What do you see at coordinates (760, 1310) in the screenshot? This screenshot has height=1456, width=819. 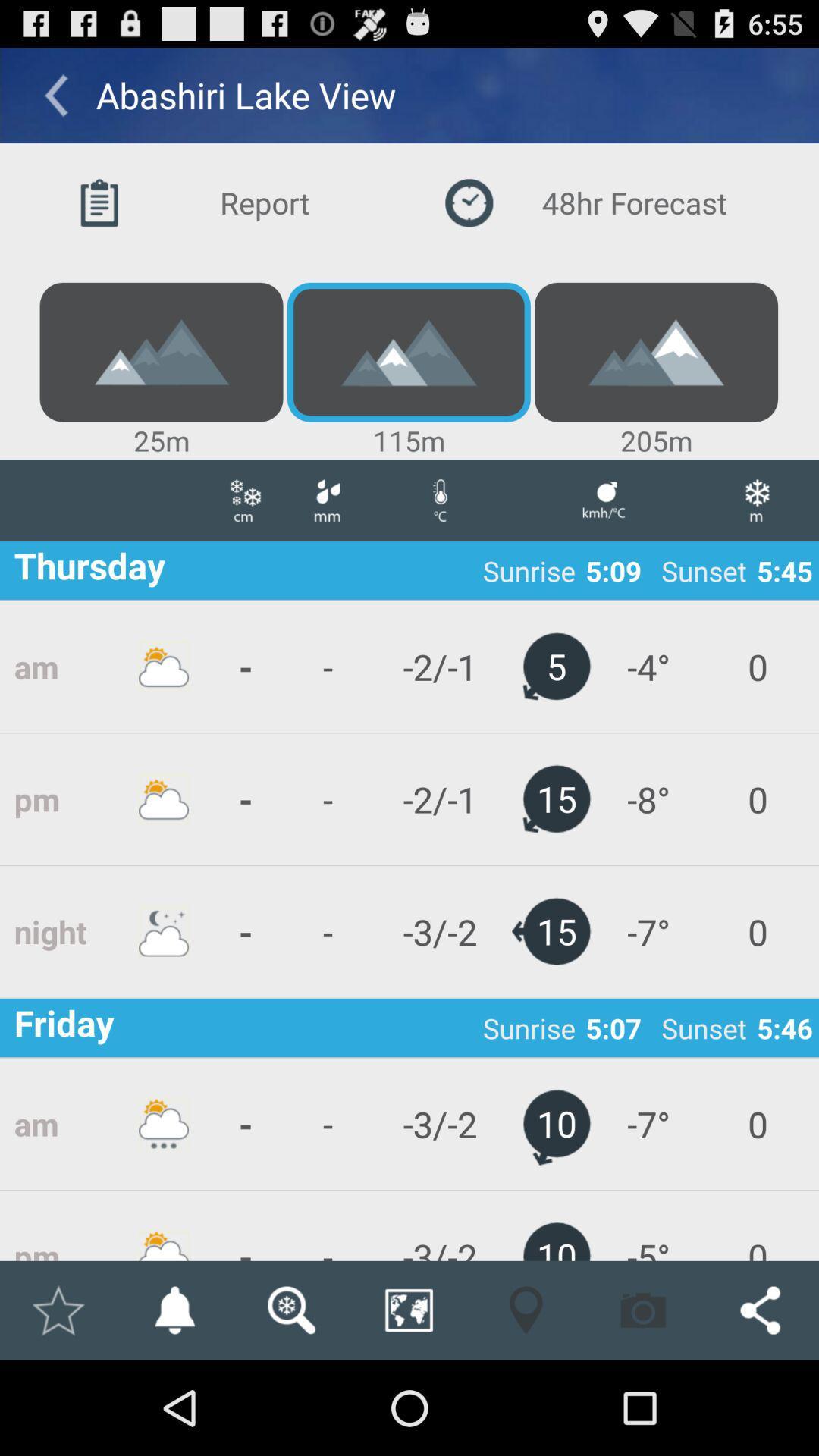 I see `share` at bounding box center [760, 1310].